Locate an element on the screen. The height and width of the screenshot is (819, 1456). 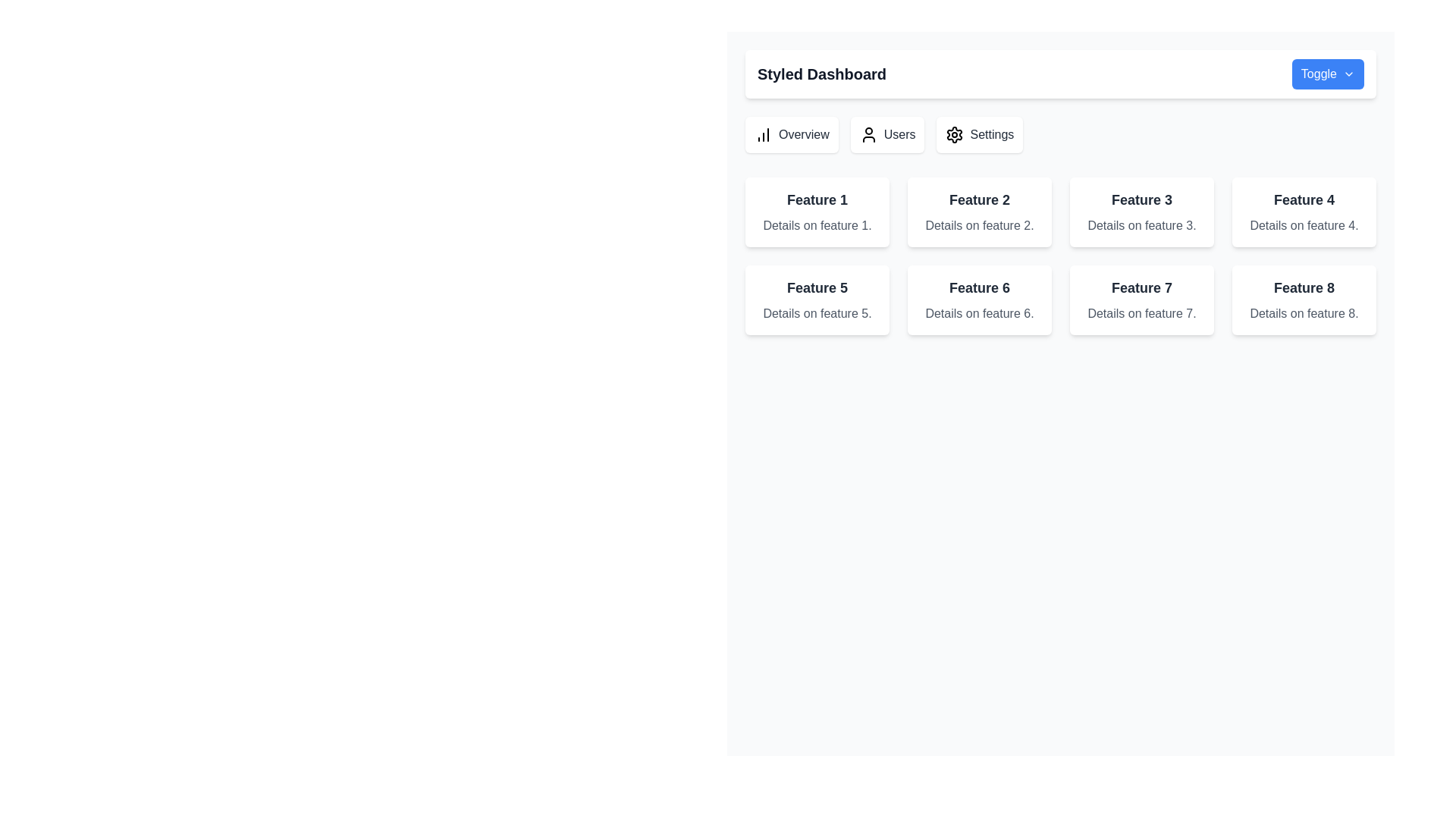
the user icon located in the 'Users' button group of the main navigation bar is located at coordinates (868, 133).